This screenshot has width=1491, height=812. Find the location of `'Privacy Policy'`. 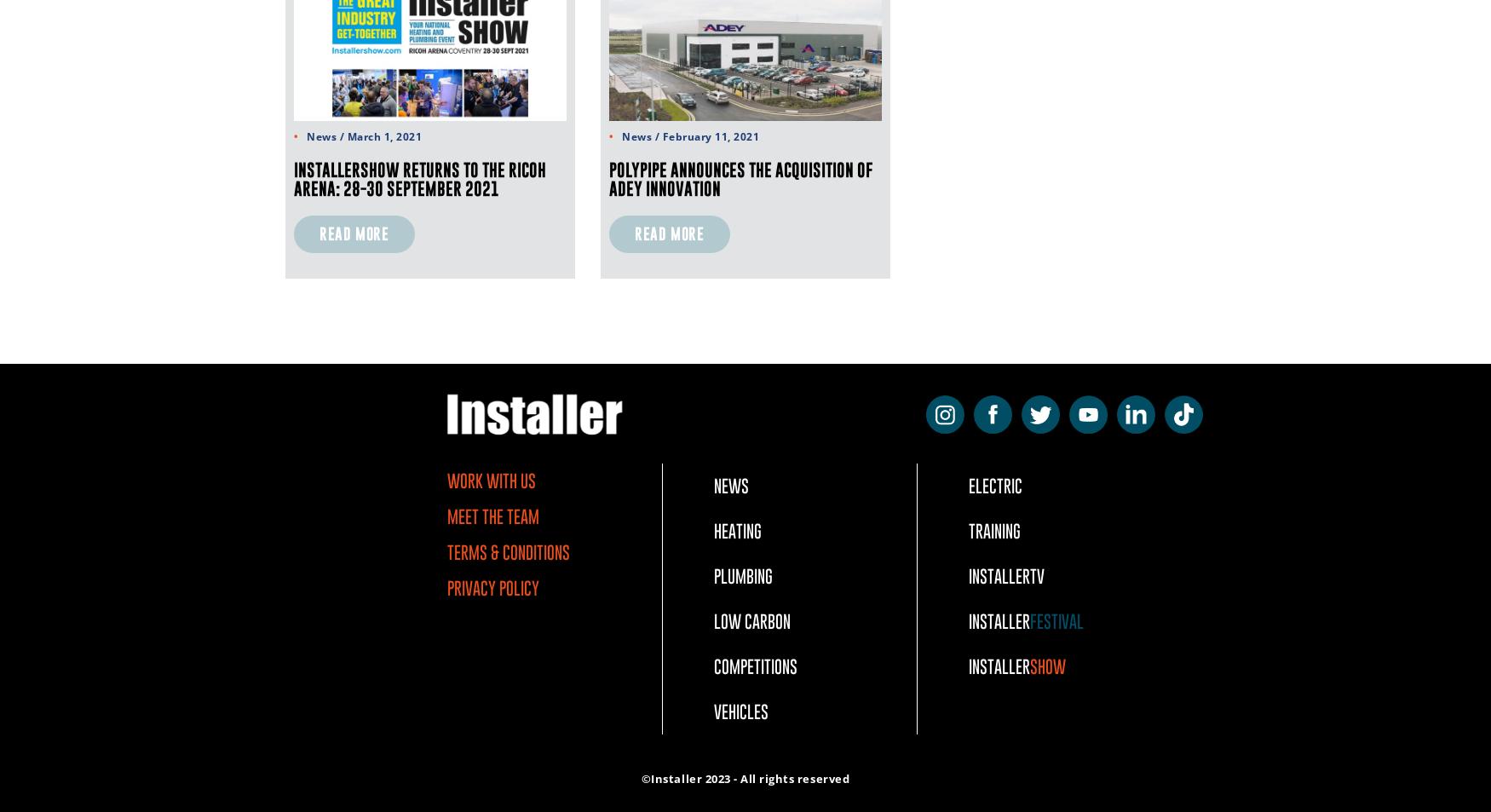

'Privacy Policy' is located at coordinates (446, 588).